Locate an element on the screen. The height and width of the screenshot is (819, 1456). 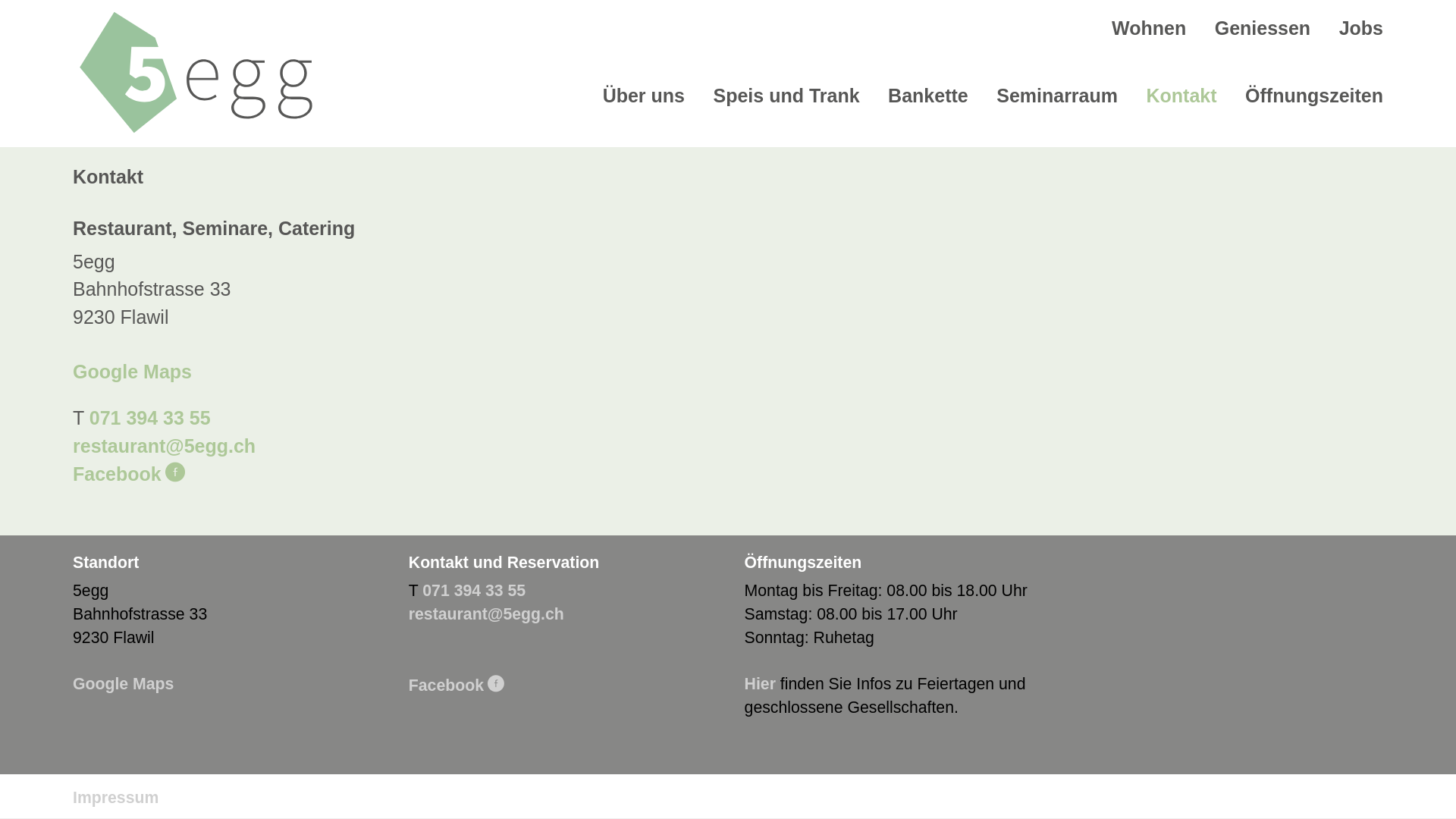
'Bankette' is located at coordinates (927, 96).